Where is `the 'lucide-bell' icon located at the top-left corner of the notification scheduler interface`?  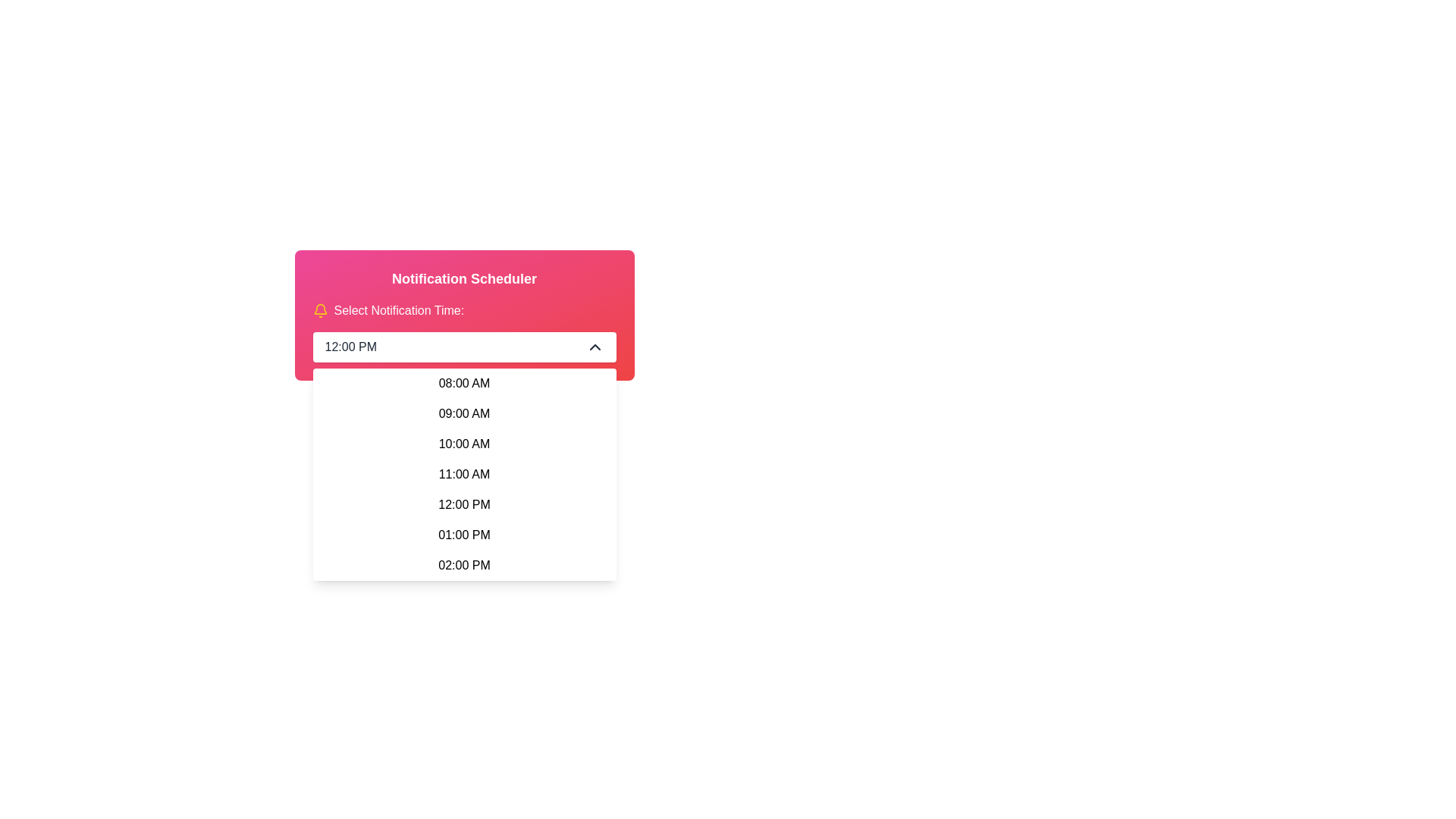
the 'lucide-bell' icon located at the top-left corner of the notification scheduler interface is located at coordinates (319, 308).